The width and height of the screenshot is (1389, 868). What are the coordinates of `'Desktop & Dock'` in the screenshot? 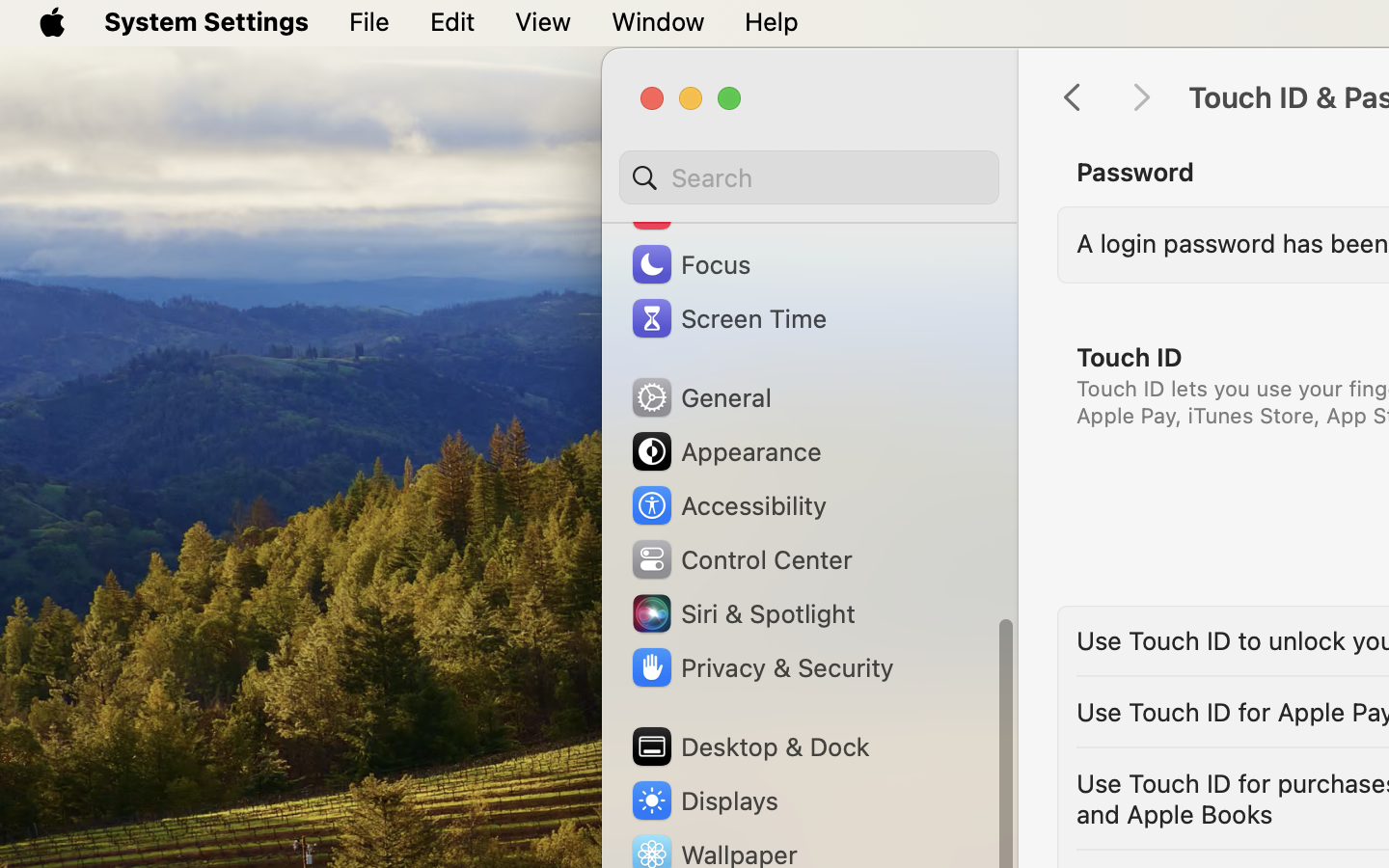 It's located at (749, 746).